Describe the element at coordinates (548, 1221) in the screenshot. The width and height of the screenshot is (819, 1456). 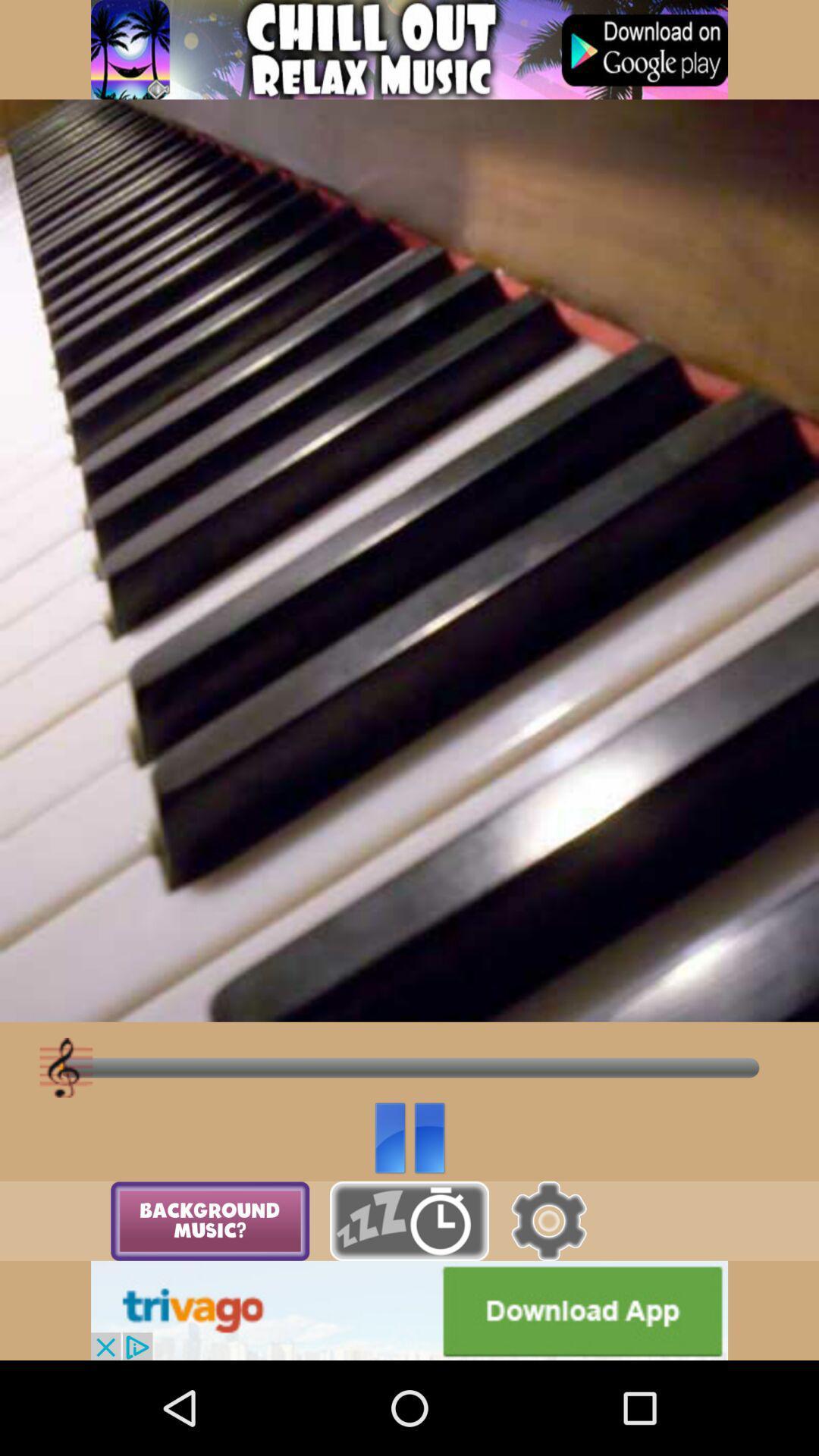
I see `setting` at that location.